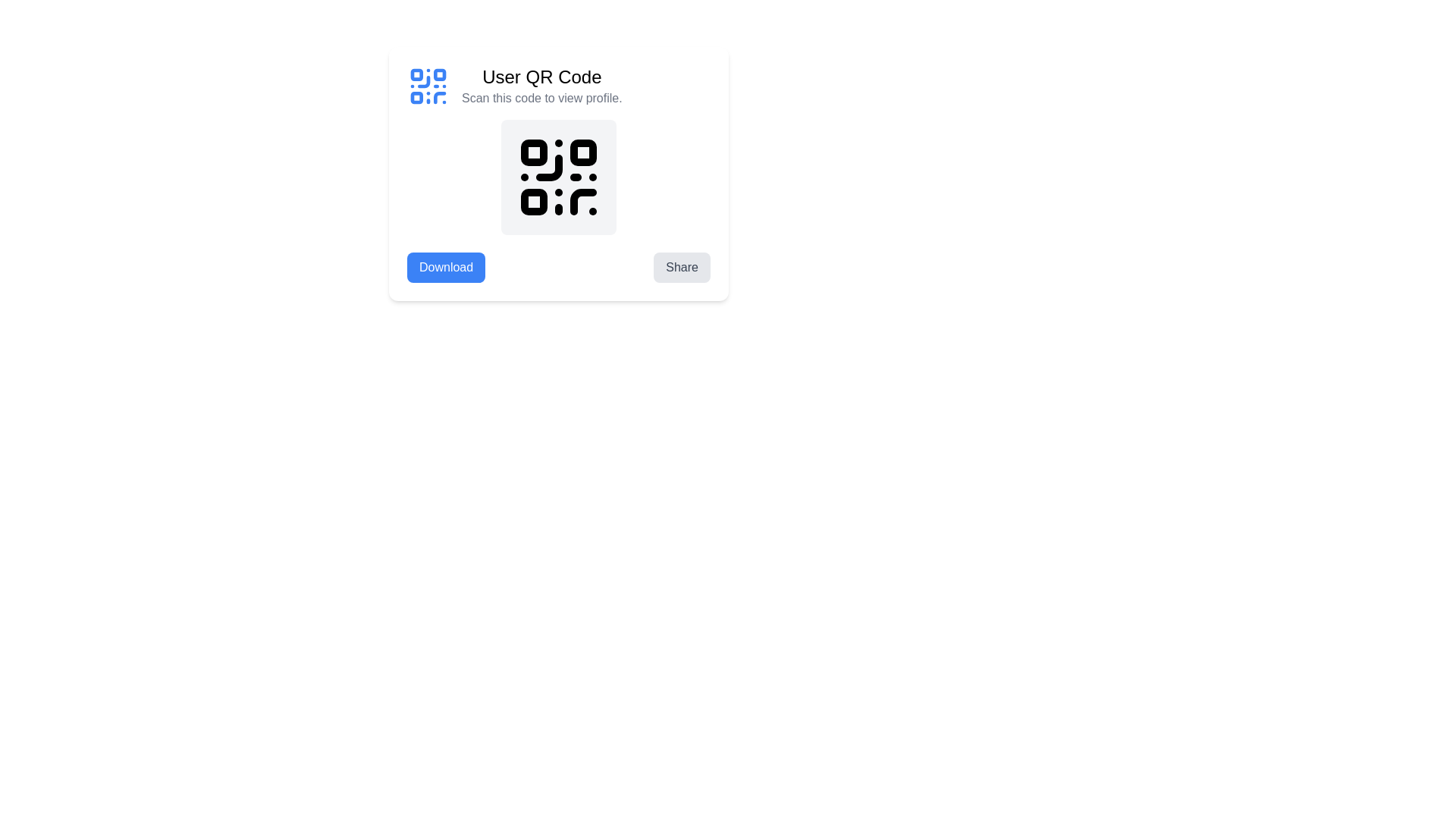 The width and height of the screenshot is (1456, 819). Describe the element at coordinates (680, 267) in the screenshot. I see `the 'Share' button with a gray background and rounded corners located to the right of the 'Download' button` at that location.